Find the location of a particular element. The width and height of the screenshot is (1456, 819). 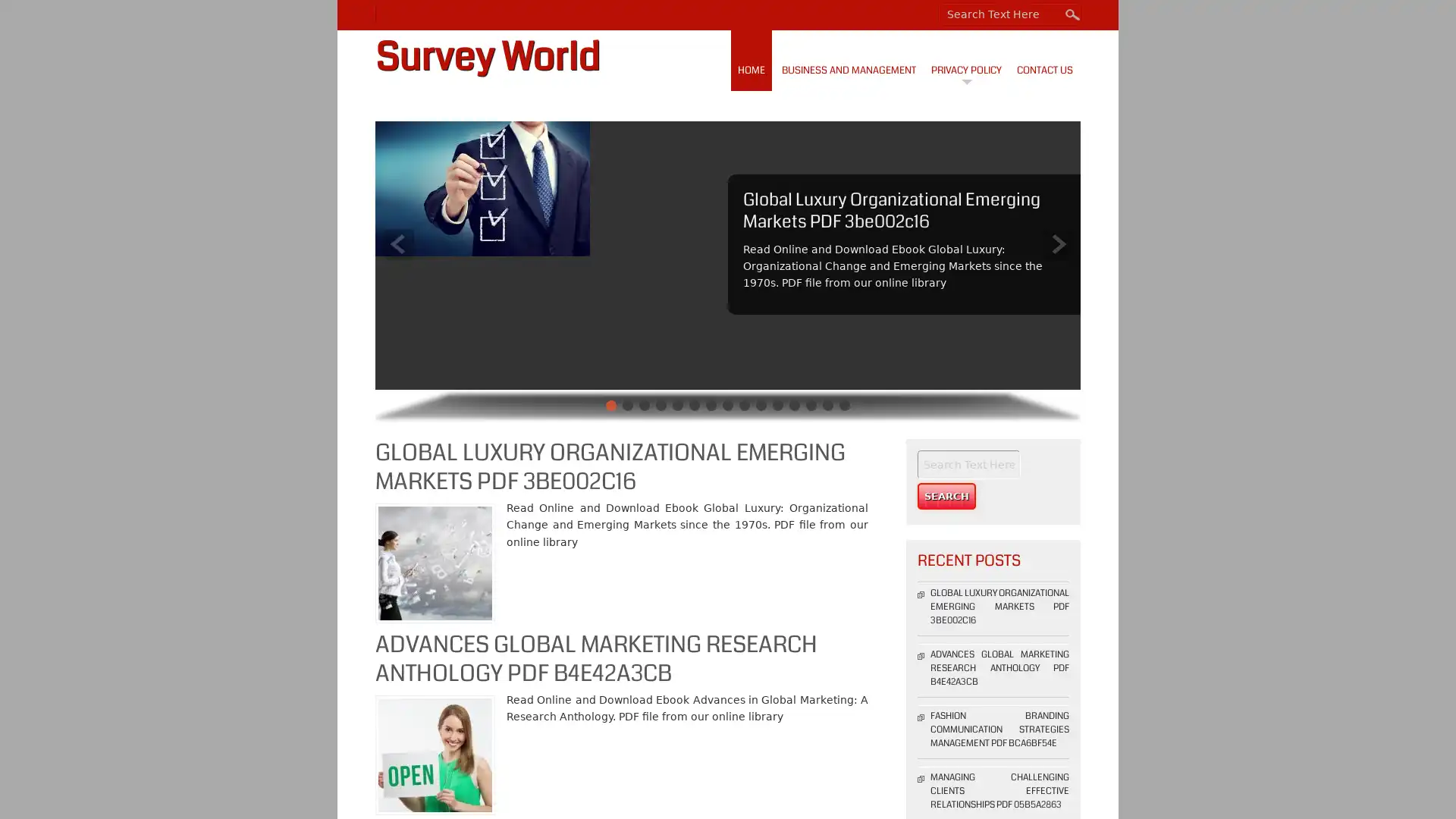

Search is located at coordinates (946, 496).